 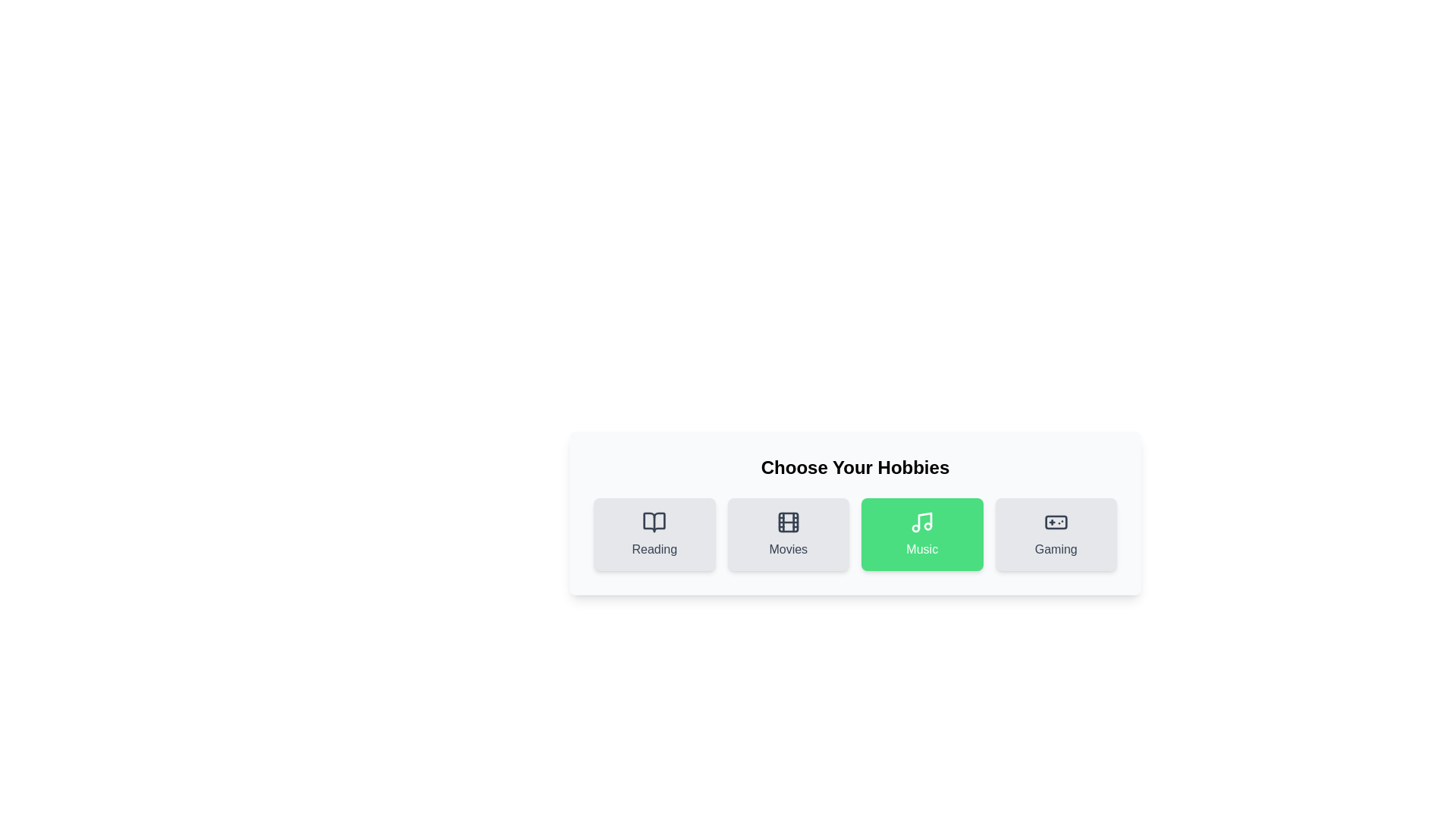 I want to click on the hobby Movies, so click(x=788, y=534).